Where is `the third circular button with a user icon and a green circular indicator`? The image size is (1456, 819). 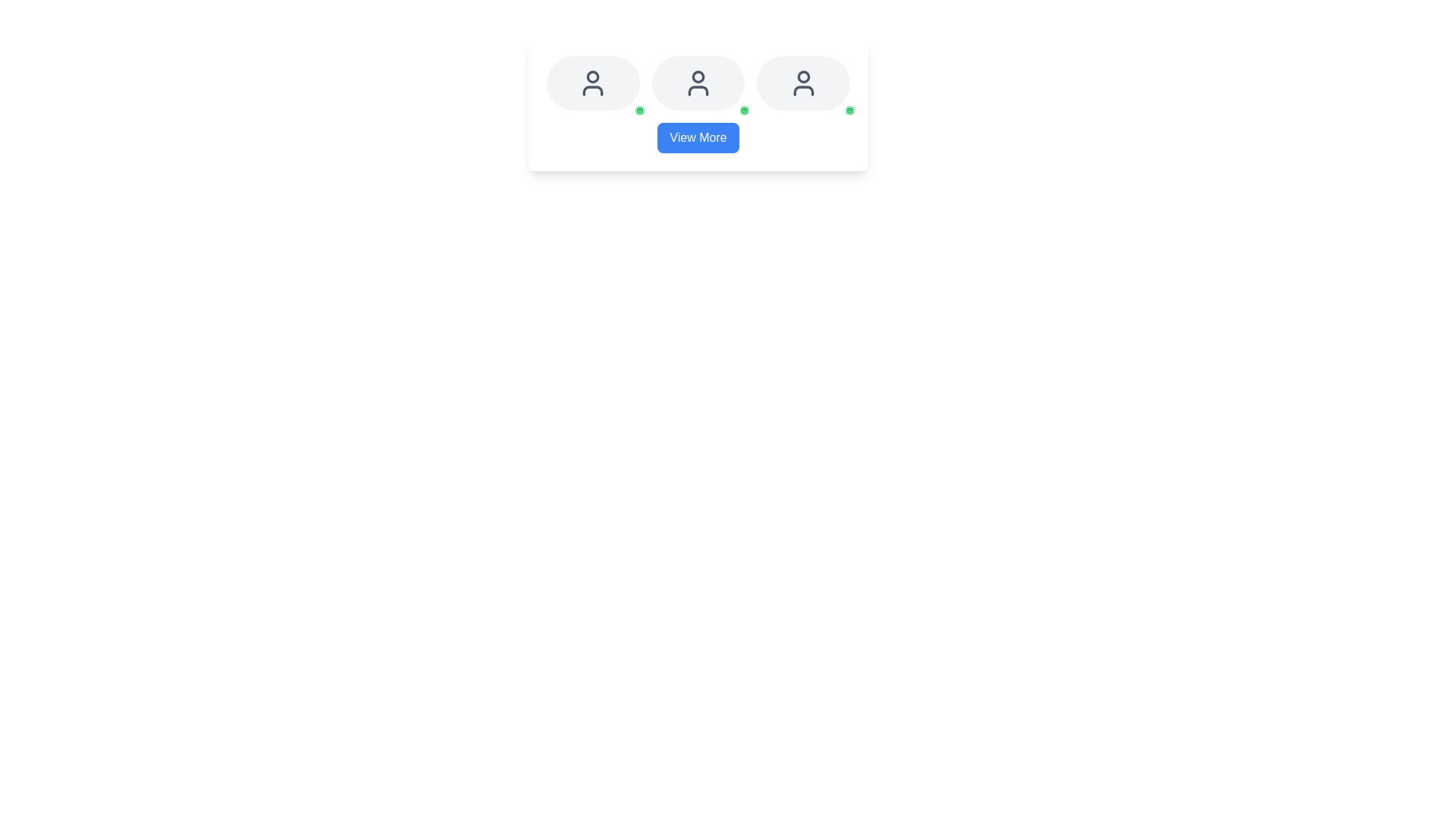
the third circular button with a user icon and a green circular indicator is located at coordinates (802, 83).